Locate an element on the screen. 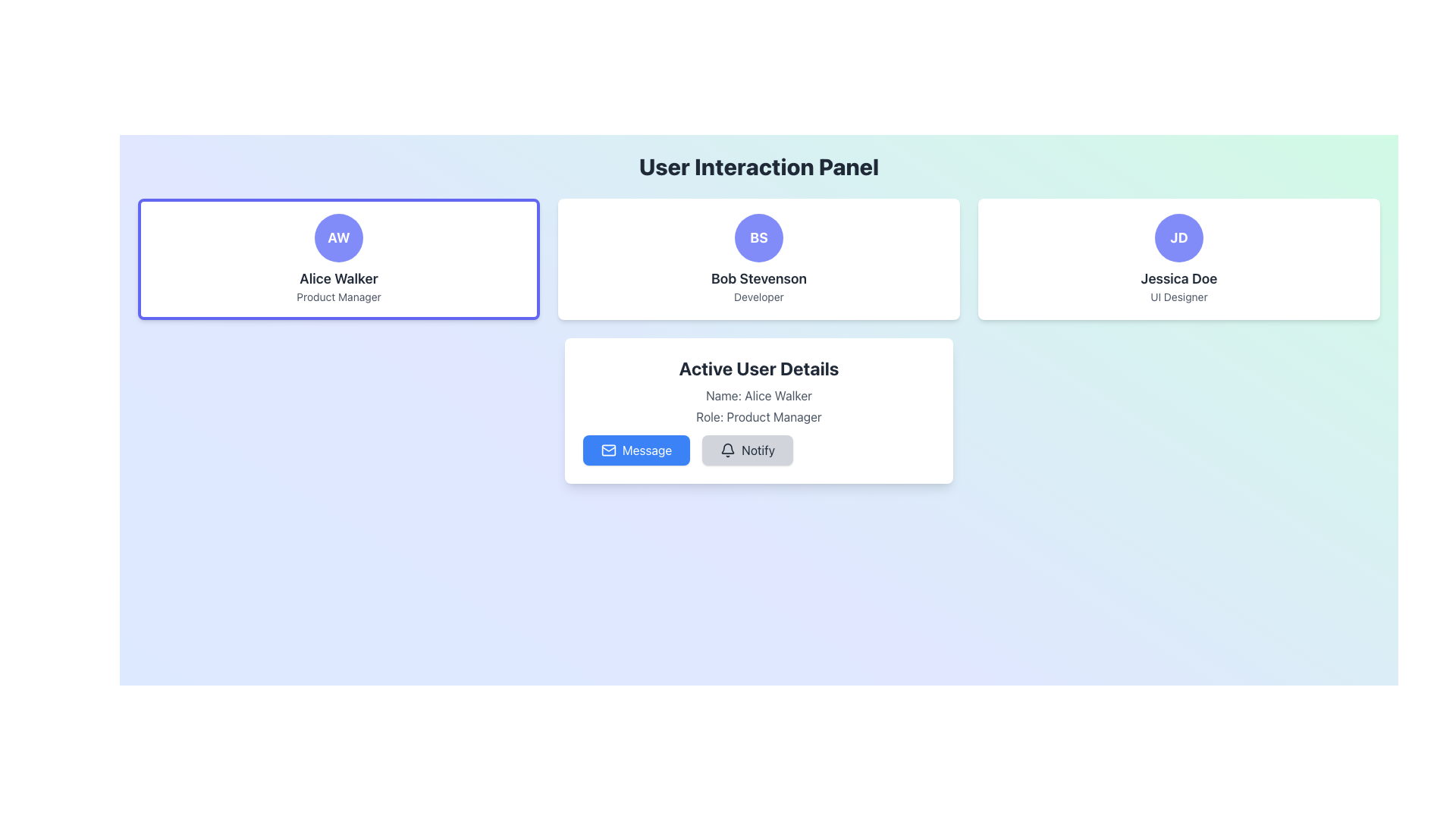  the Circular profile badge, a static visual element located at the top center of the user profile card for Alice Walker, which is styled with a white background and blue border is located at coordinates (337, 237).